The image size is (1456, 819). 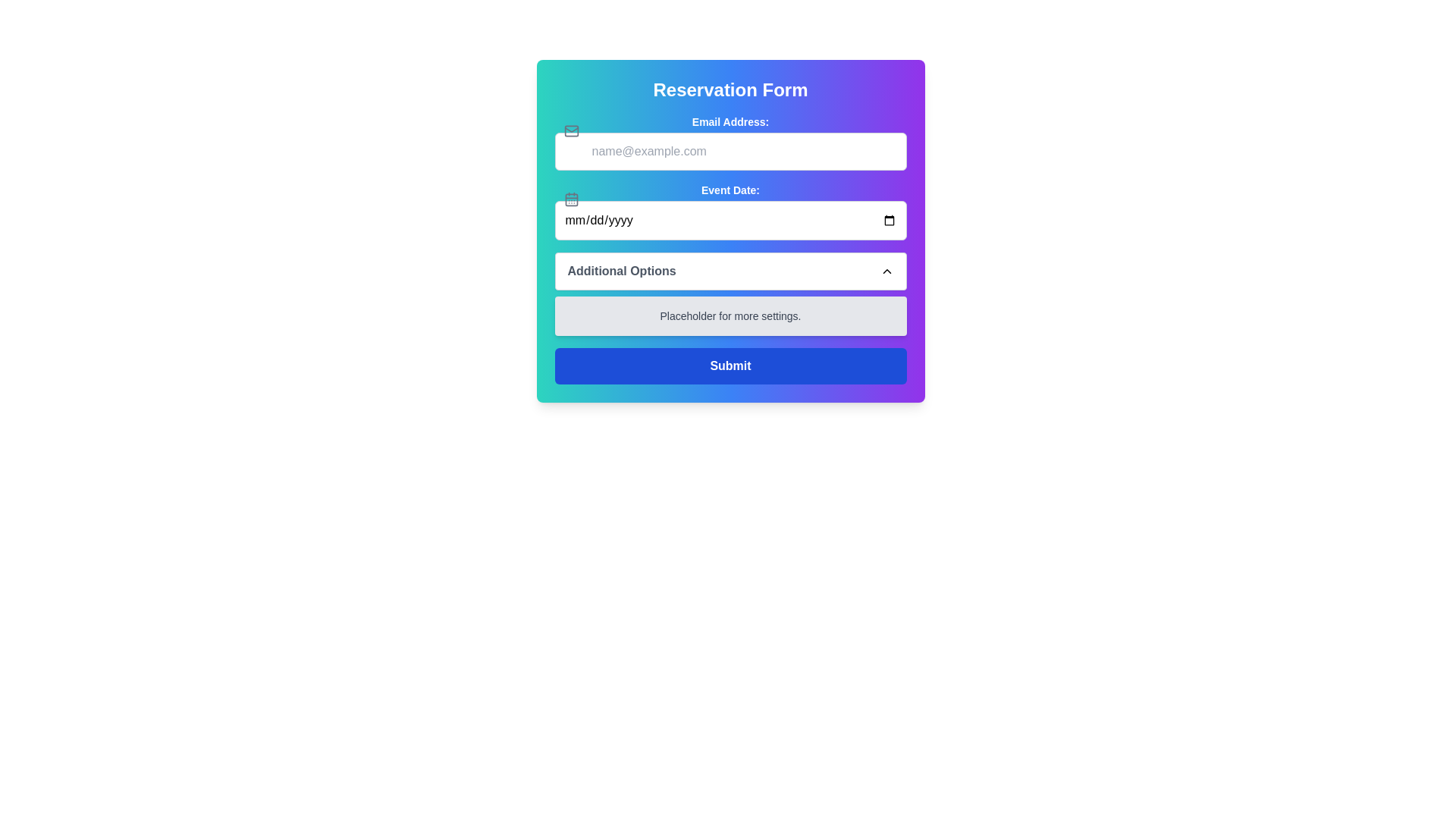 What do you see at coordinates (886, 271) in the screenshot?
I see `the chevron icon on the right side of the 'Additional Options' section header` at bounding box center [886, 271].